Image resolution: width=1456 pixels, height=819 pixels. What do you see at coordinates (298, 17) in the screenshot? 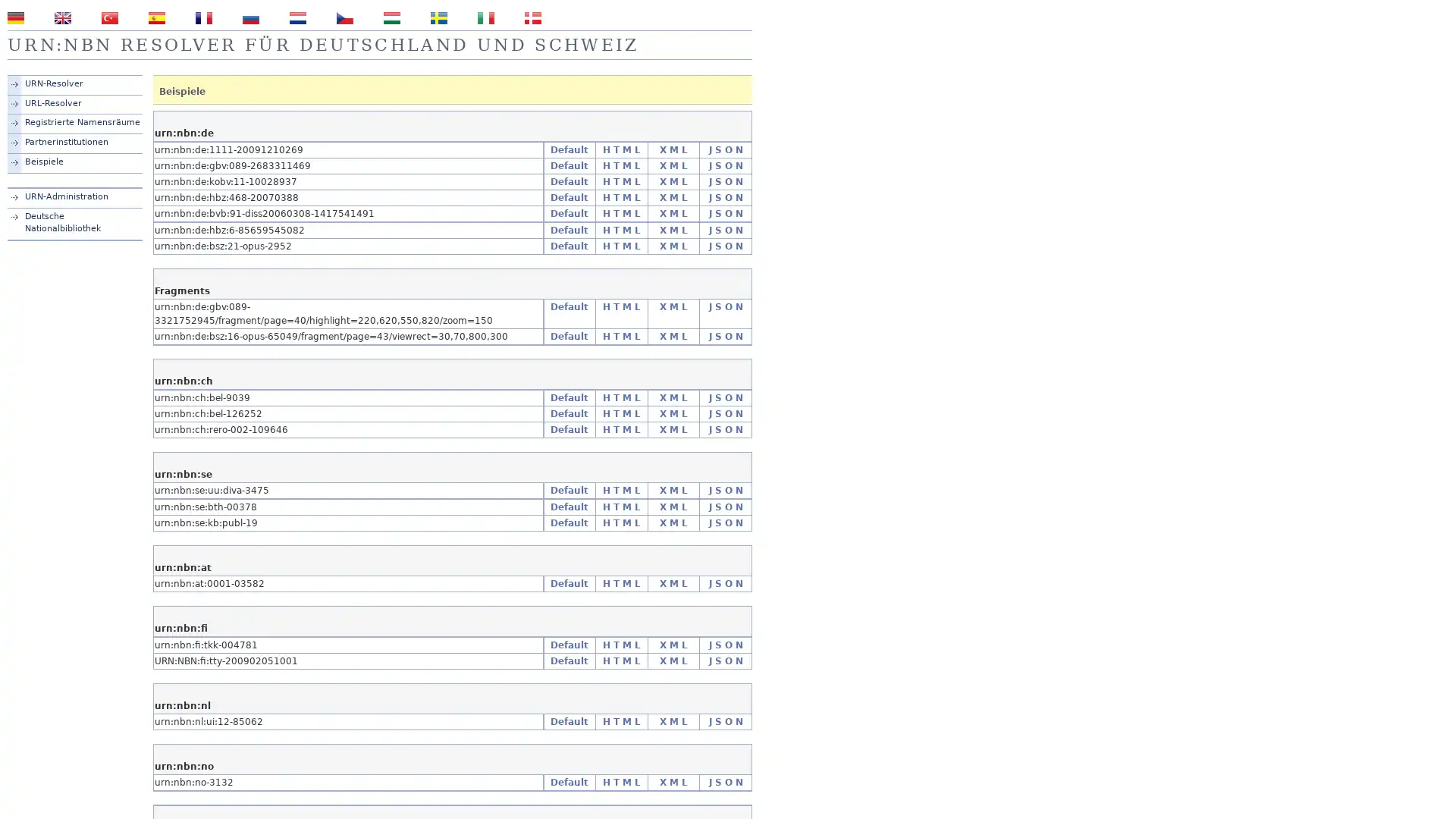
I see `nl` at bounding box center [298, 17].